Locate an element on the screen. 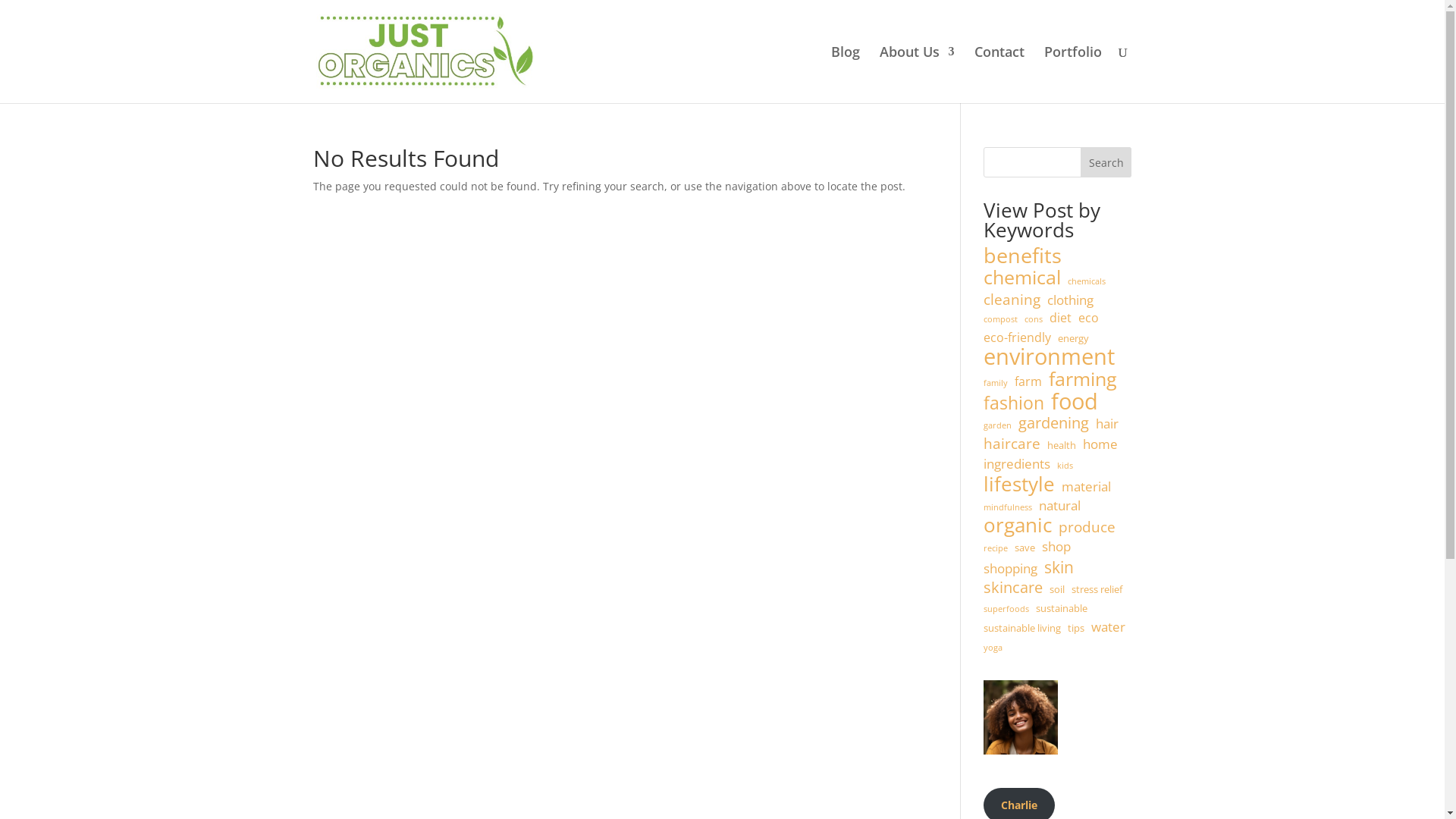 The image size is (1456, 819). 'home' is located at coordinates (1082, 444).